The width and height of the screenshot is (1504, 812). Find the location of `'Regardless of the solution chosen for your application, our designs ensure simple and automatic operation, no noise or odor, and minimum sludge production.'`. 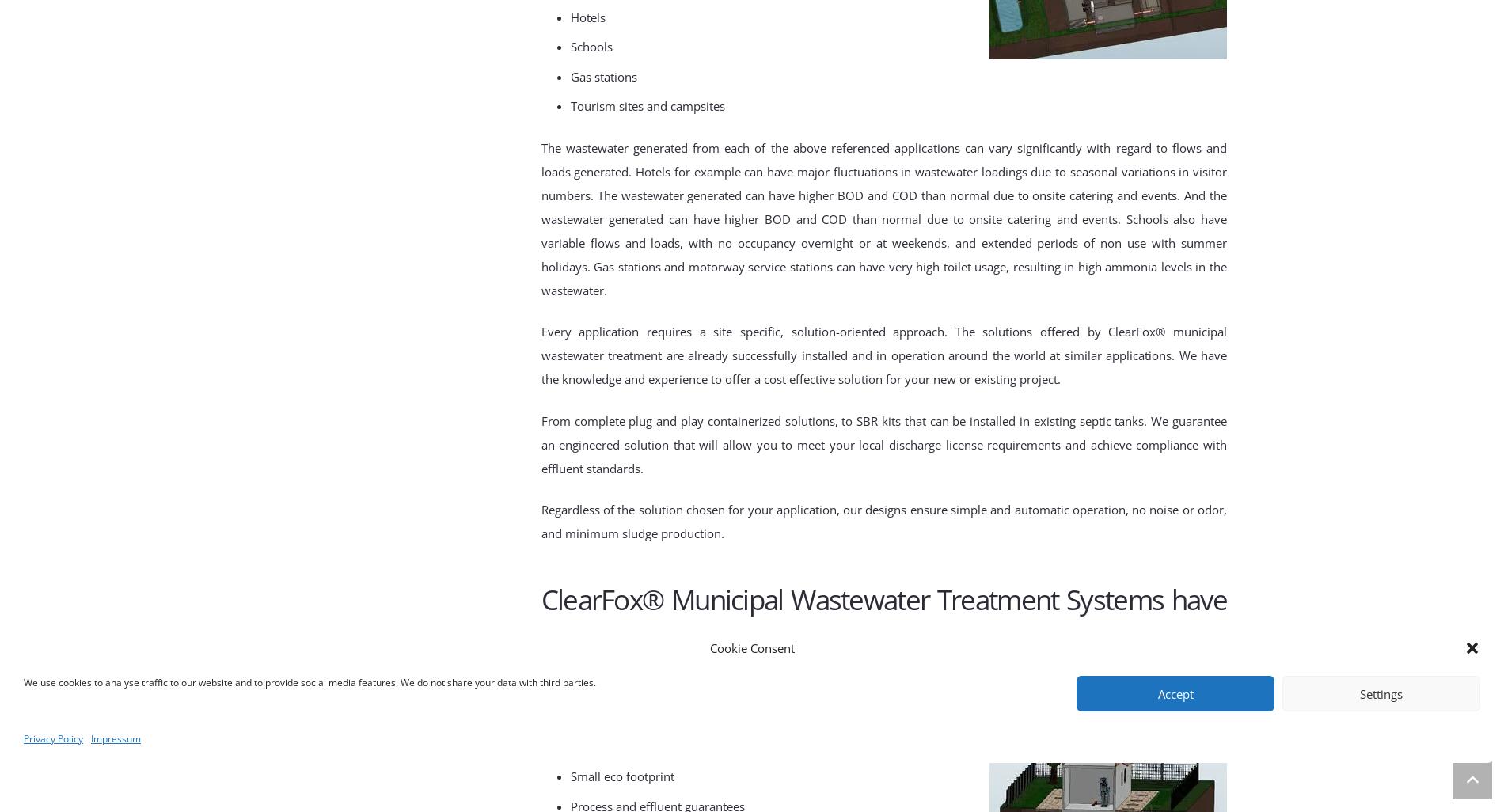

'Regardless of the solution chosen for your application, our designs ensure simple and automatic operation, no noise or odor, and minimum sludge production.' is located at coordinates (883, 521).